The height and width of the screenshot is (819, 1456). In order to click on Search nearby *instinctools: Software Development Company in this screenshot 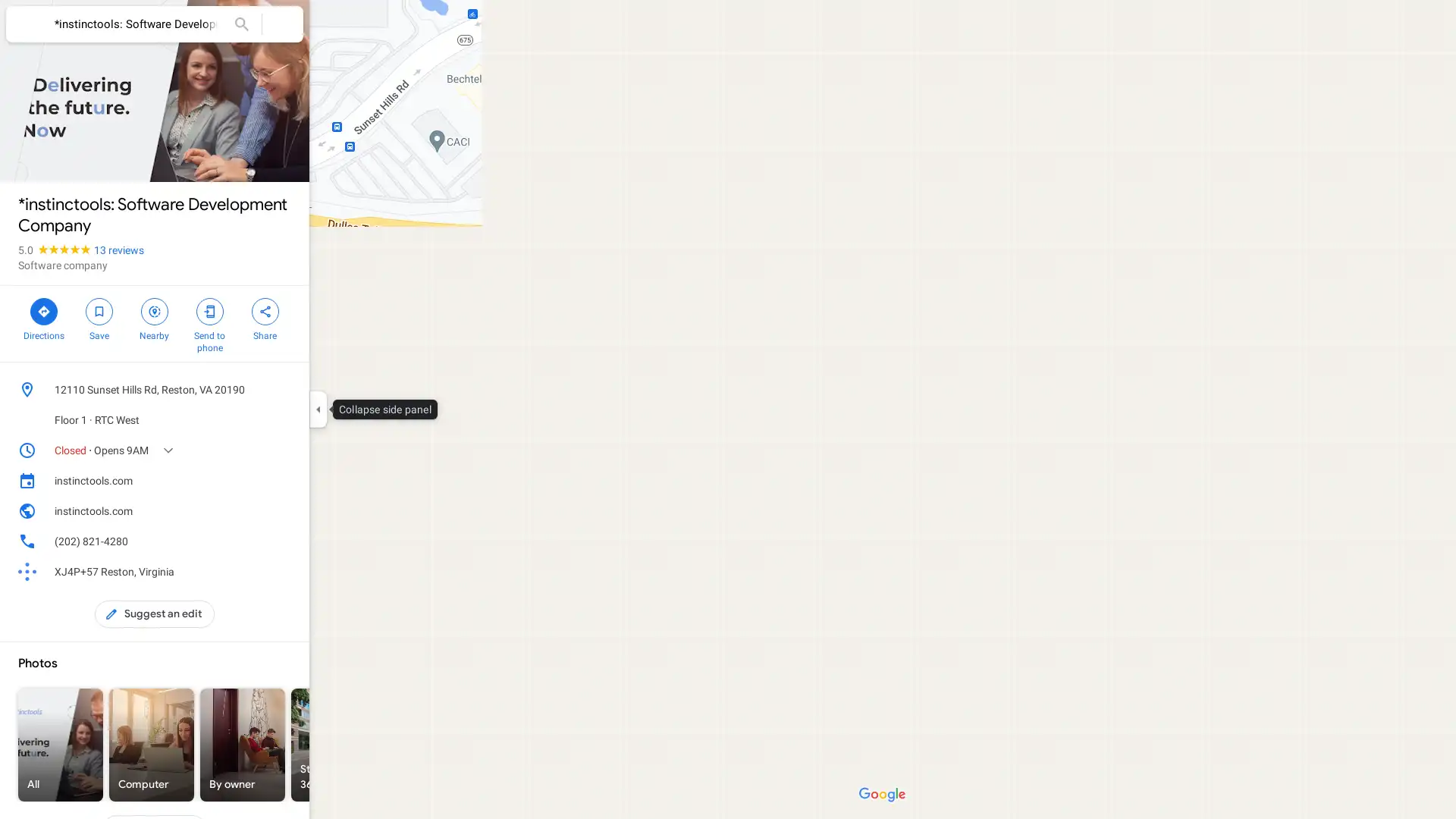, I will do `click(154, 317)`.